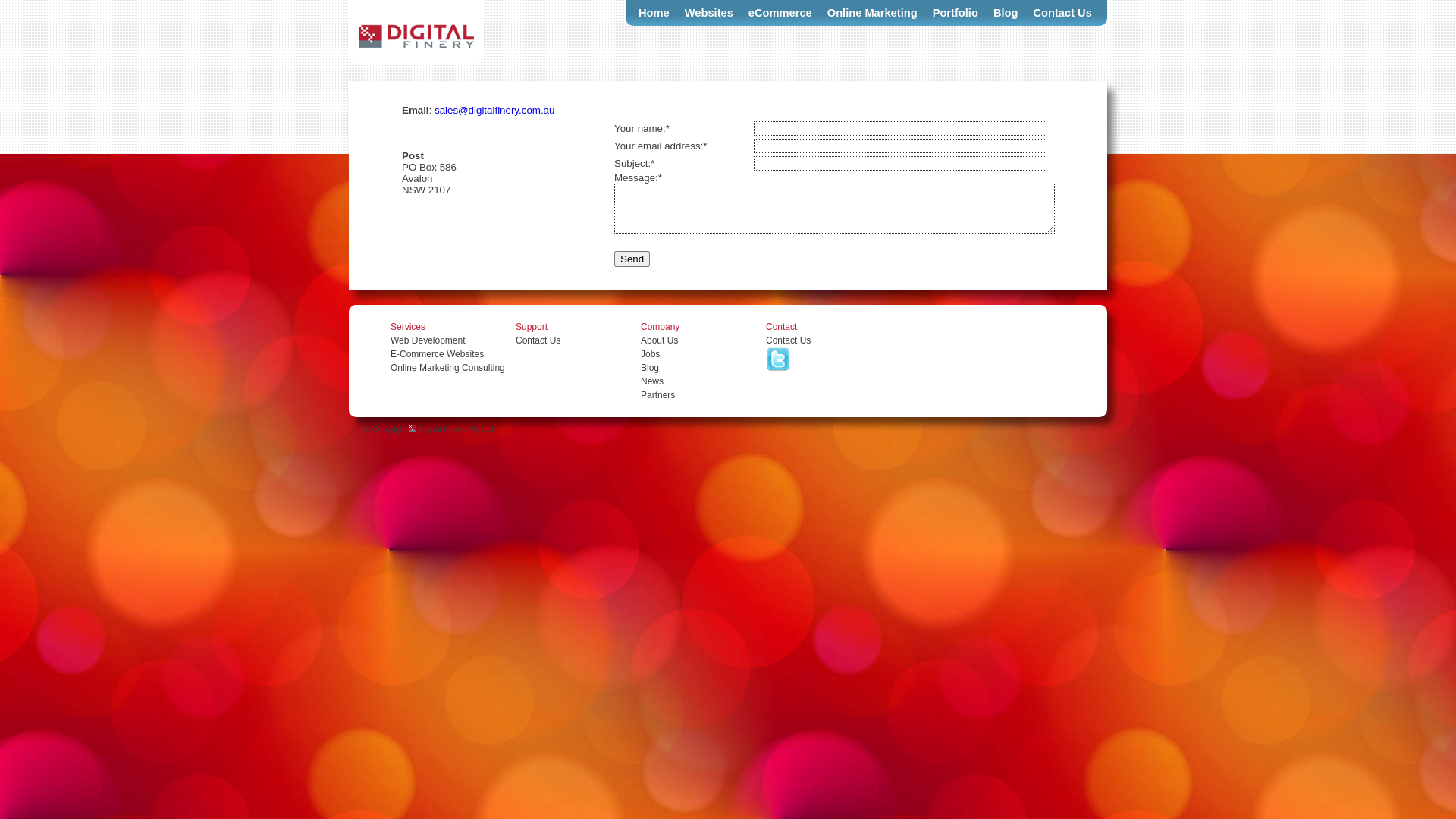  What do you see at coordinates (436, 353) in the screenshot?
I see `'E-Commerce Websites'` at bounding box center [436, 353].